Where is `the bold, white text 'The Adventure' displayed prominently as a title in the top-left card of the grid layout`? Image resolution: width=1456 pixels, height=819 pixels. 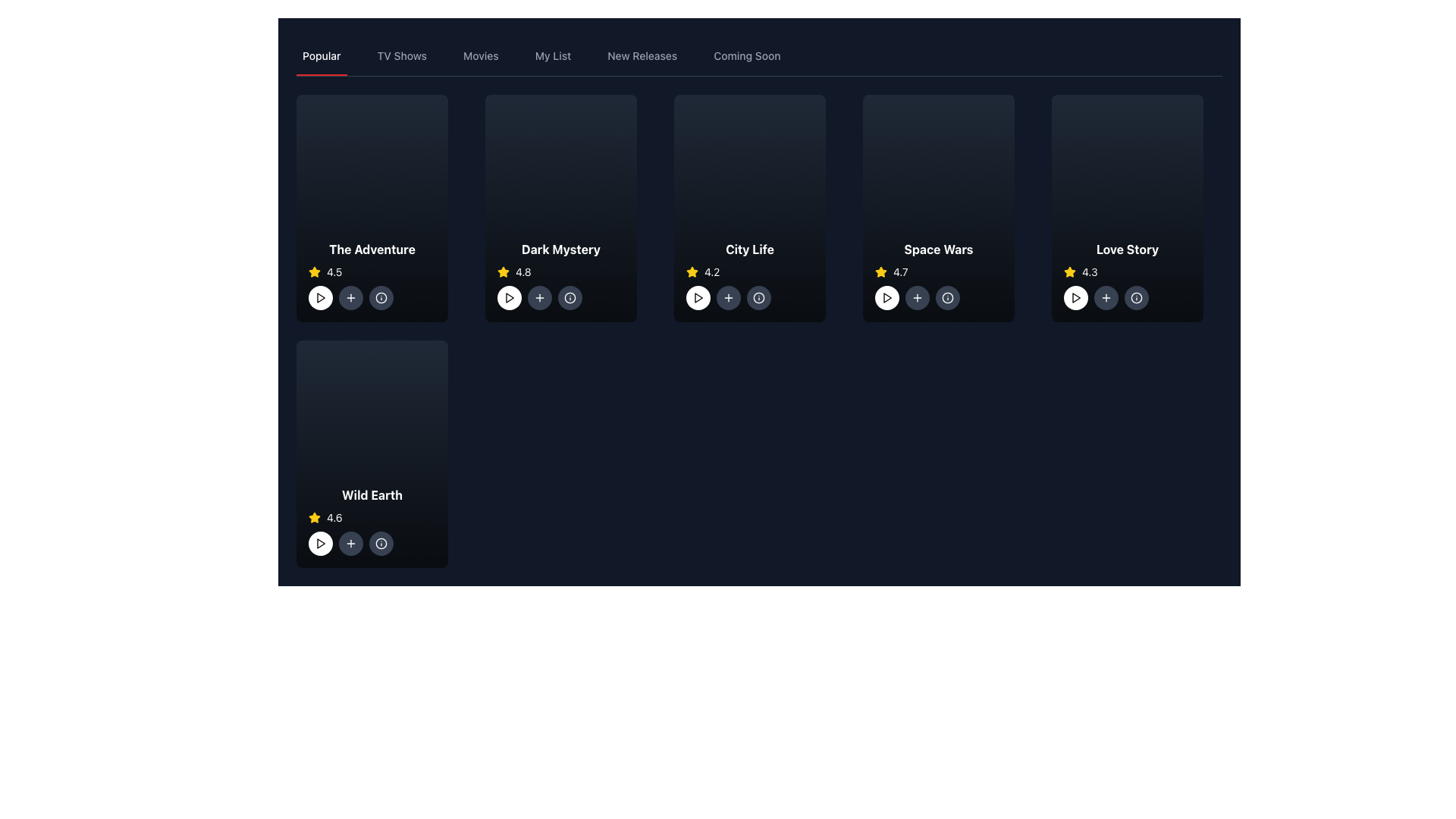 the bold, white text 'The Adventure' displayed prominently as a title in the top-left card of the grid layout is located at coordinates (372, 248).